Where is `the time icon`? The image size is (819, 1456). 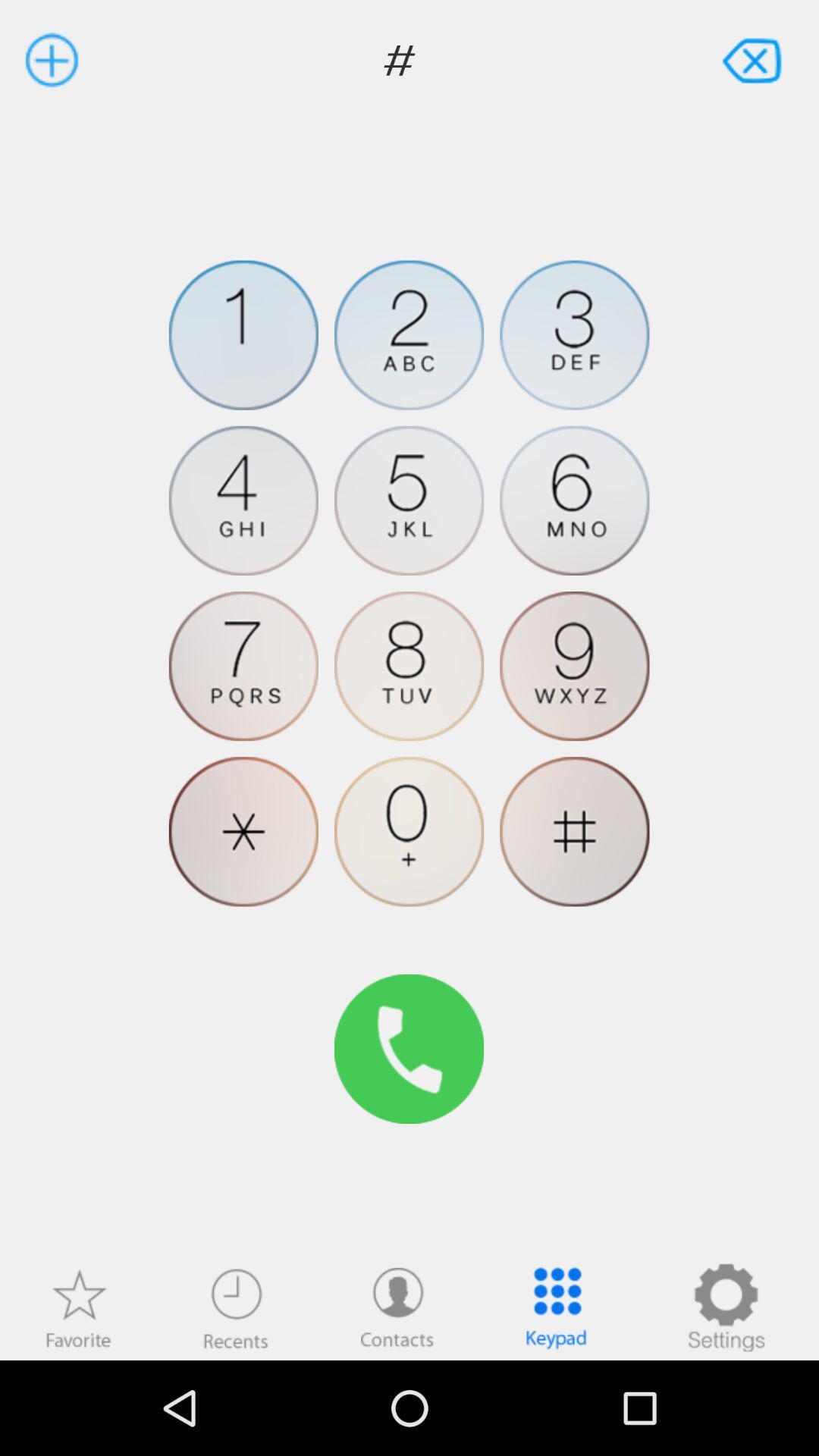 the time icon is located at coordinates (236, 1398).